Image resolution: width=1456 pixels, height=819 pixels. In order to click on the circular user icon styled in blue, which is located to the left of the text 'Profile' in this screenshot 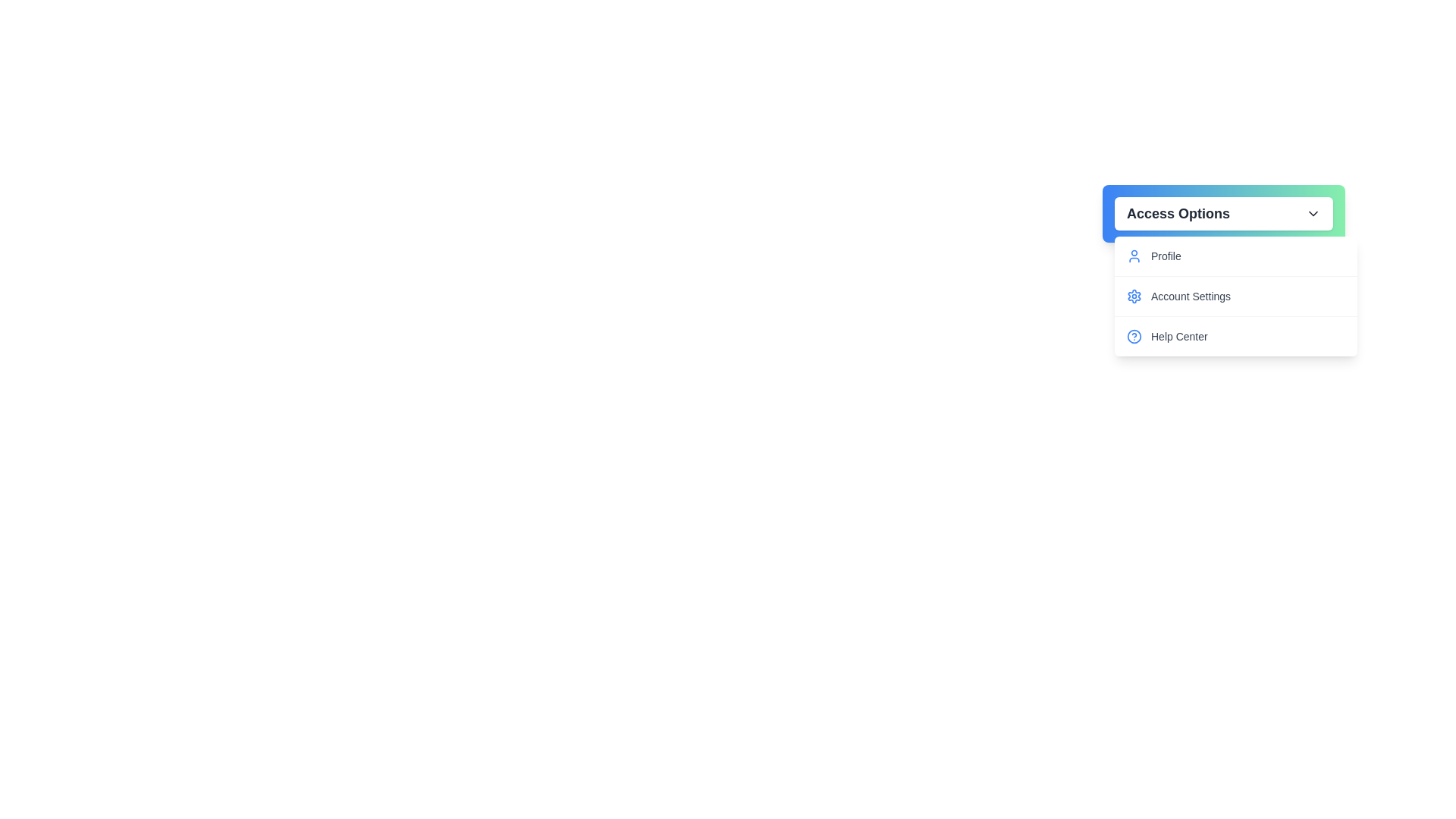, I will do `click(1134, 256)`.